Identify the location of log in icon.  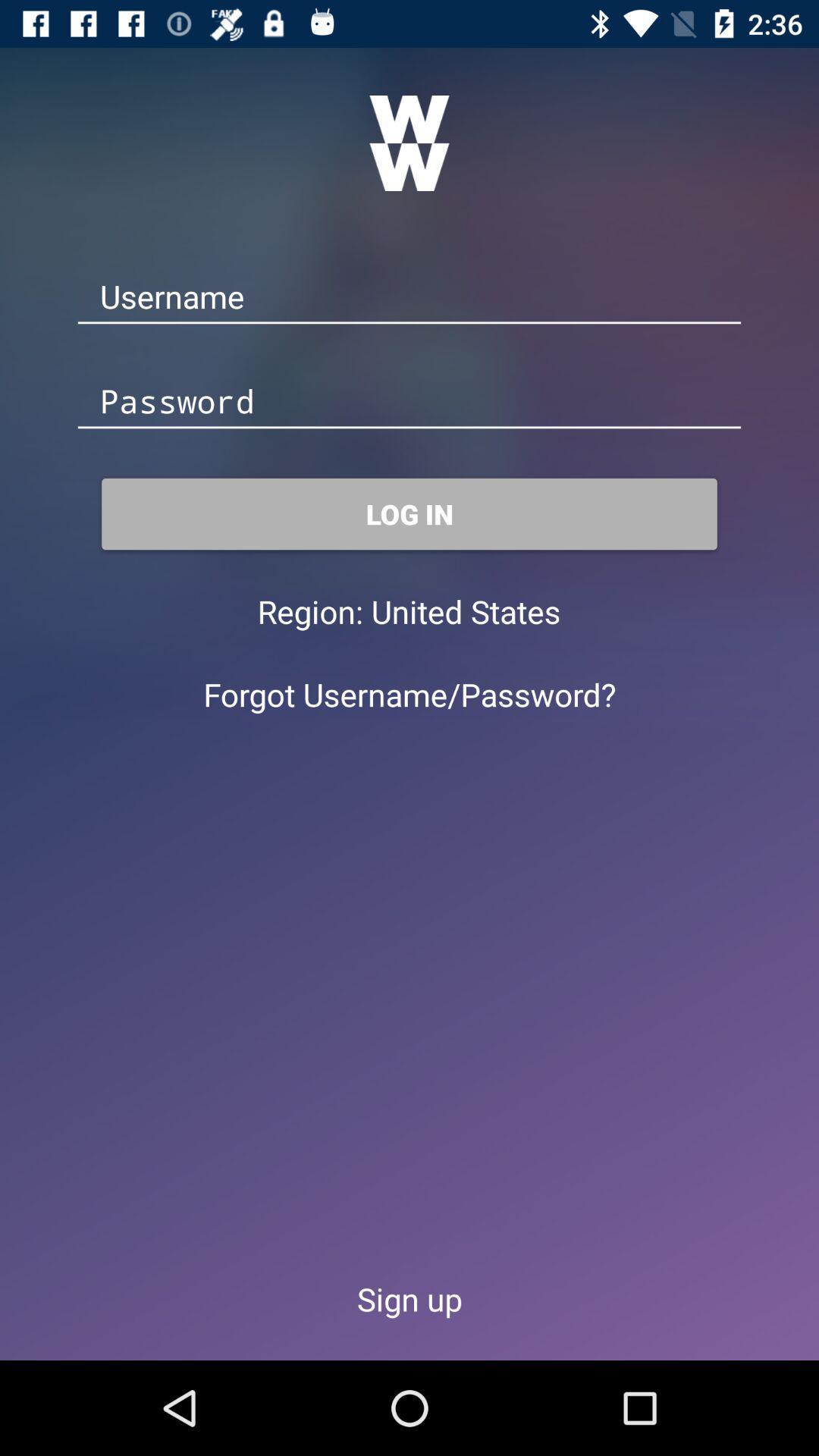
(409, 513).